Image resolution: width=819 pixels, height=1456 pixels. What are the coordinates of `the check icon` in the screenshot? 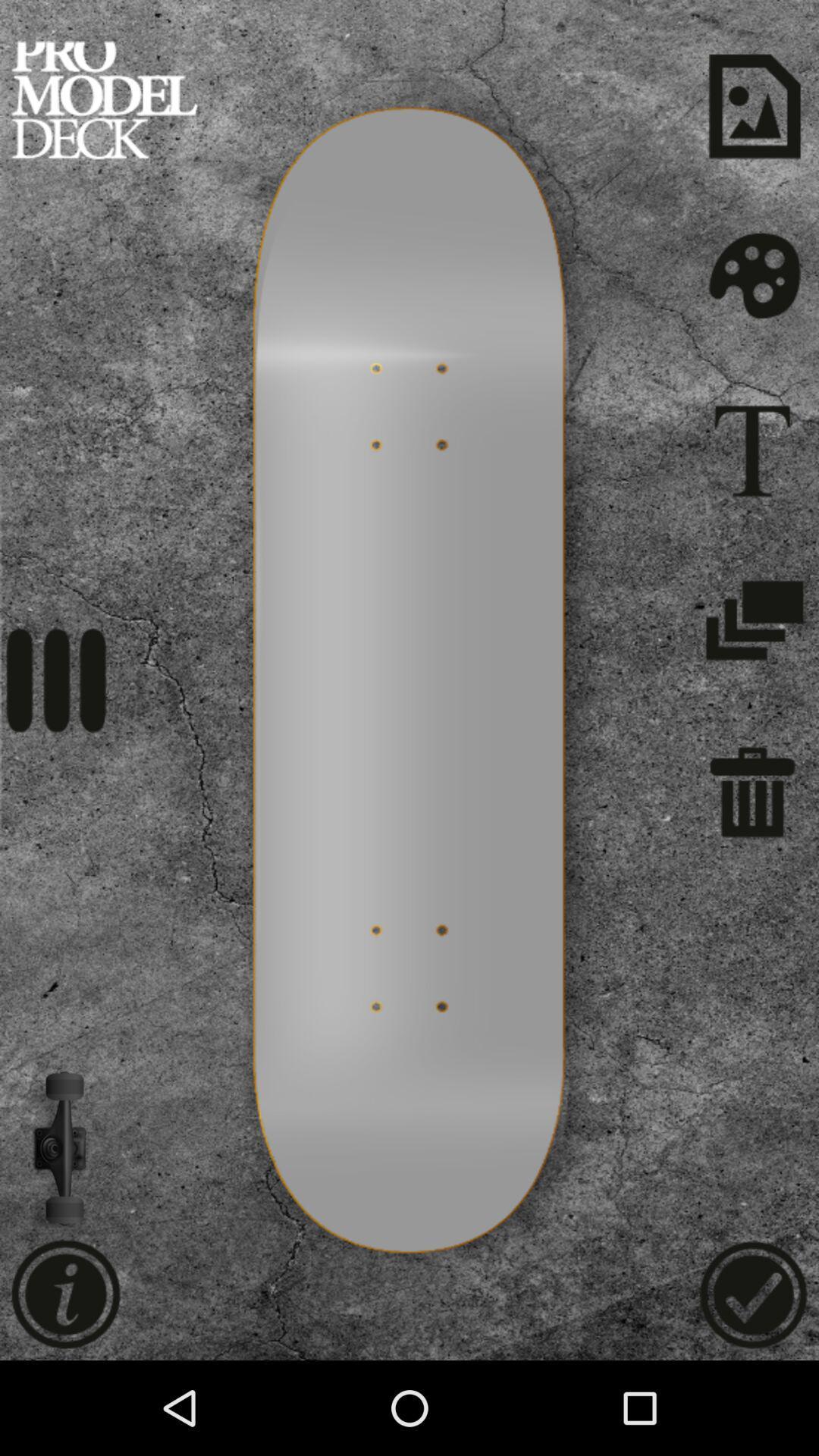 It's located at (752, 1385).